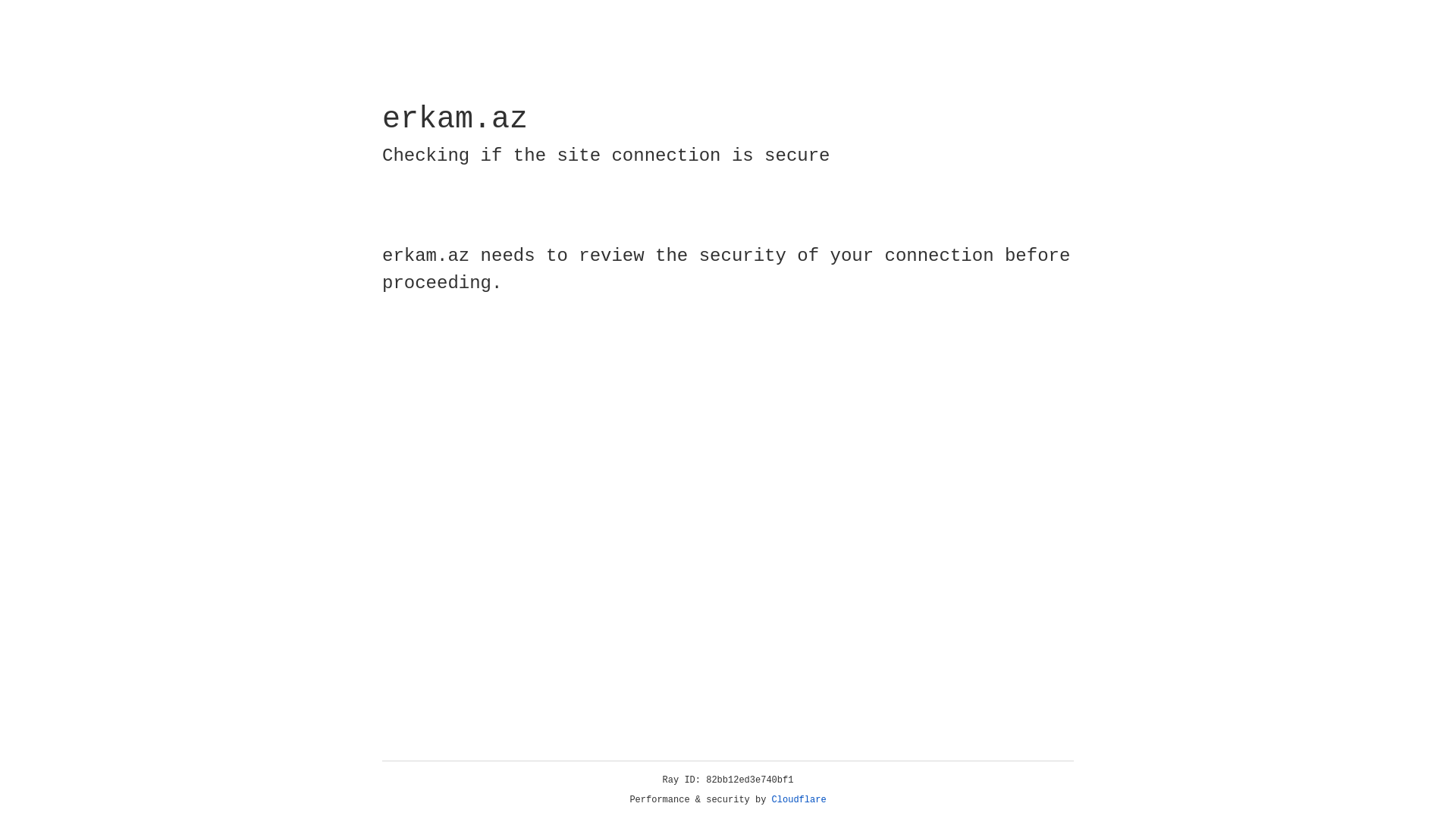  I want to click on 'Cloudflare', so click(799, 799).